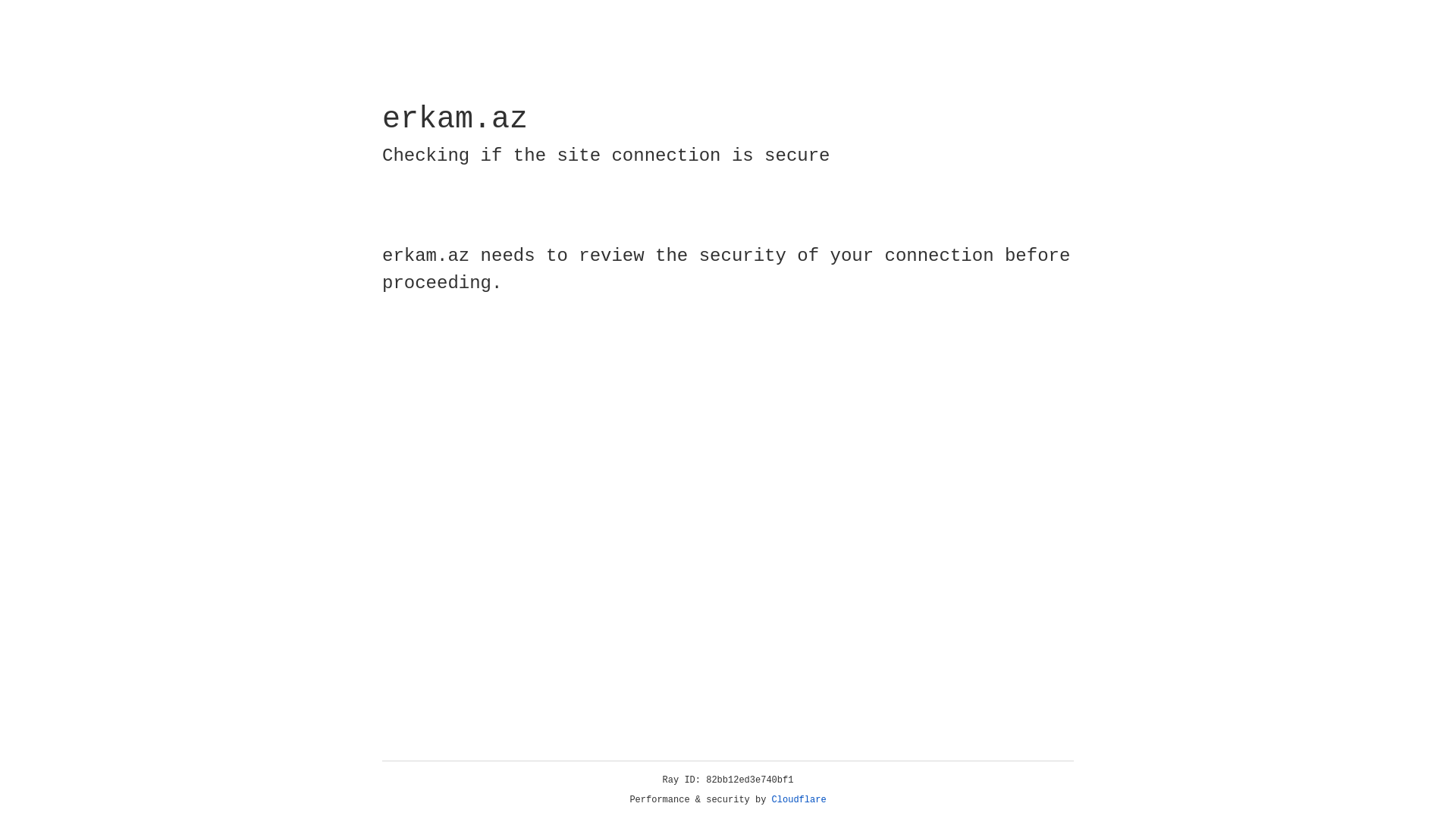  I want to click on 'Cloudflare', so click(799, 799).